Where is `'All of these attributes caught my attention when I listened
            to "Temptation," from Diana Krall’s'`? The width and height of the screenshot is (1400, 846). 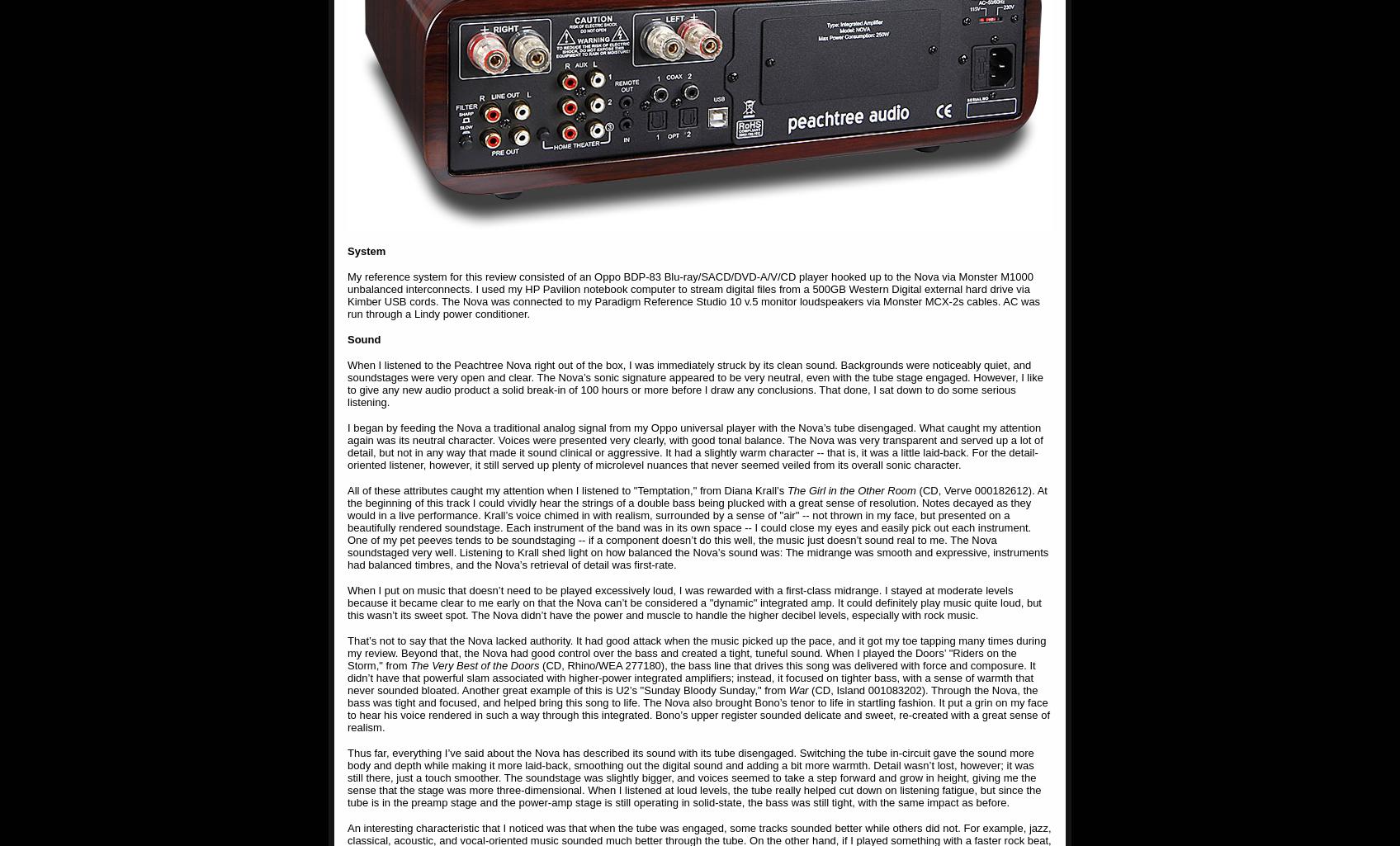
'All of these attributes caught my attention when I listened
            to "Temptation," from Diana Krall’s' is located at coordinates (566, 490).